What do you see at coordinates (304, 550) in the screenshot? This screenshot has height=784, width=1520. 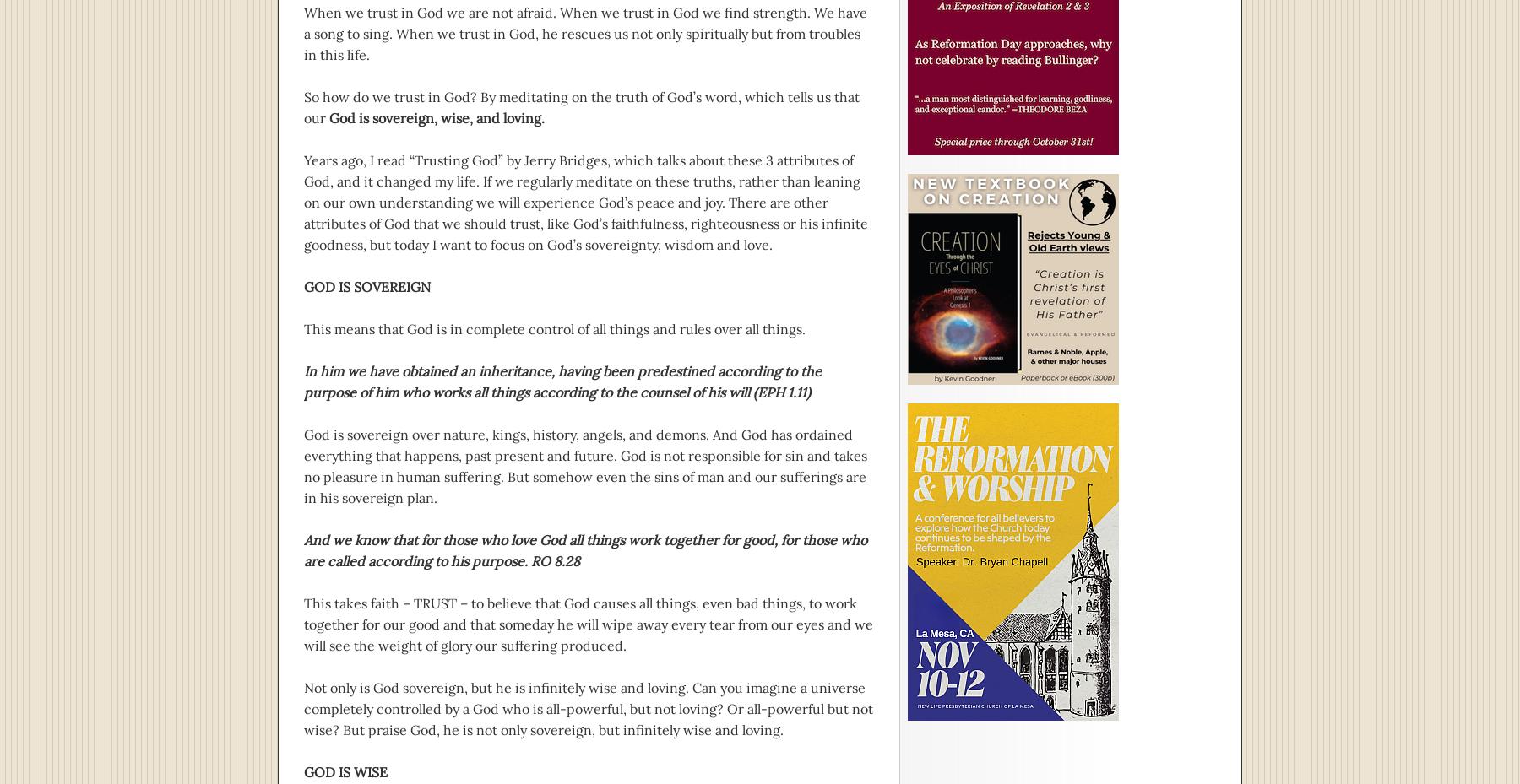 I see `'And we know that for those who love God all things work together for good, for those who are called according to his purpose. RO 8.28'` at bounding box center [304, 550].